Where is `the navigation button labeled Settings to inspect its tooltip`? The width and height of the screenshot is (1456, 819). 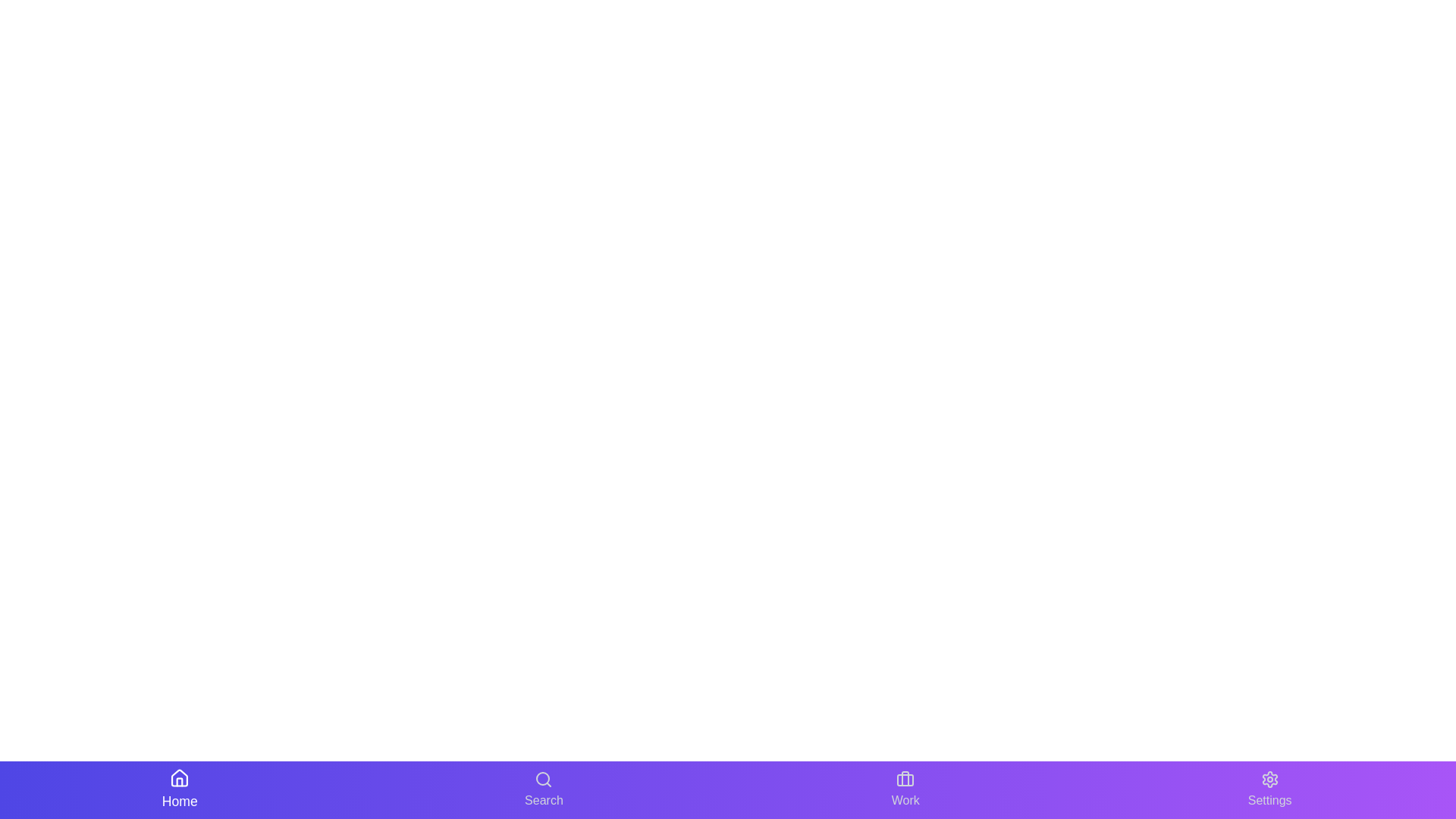 the navigation button labeled Settings to inspect its tooltip is located at coordinates (1269, 789).